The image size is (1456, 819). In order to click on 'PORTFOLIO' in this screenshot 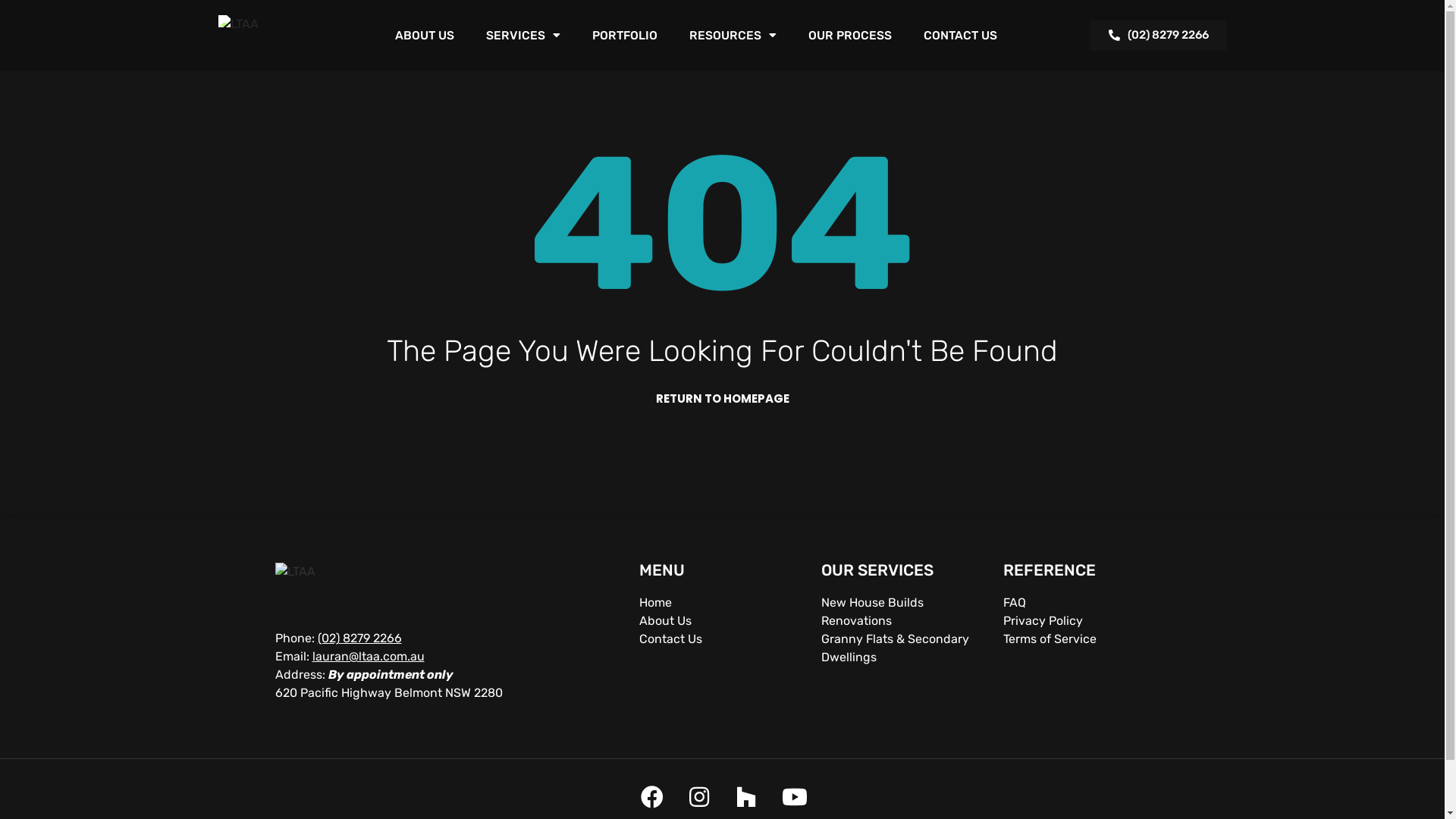, I will do `click(623, 34)`.